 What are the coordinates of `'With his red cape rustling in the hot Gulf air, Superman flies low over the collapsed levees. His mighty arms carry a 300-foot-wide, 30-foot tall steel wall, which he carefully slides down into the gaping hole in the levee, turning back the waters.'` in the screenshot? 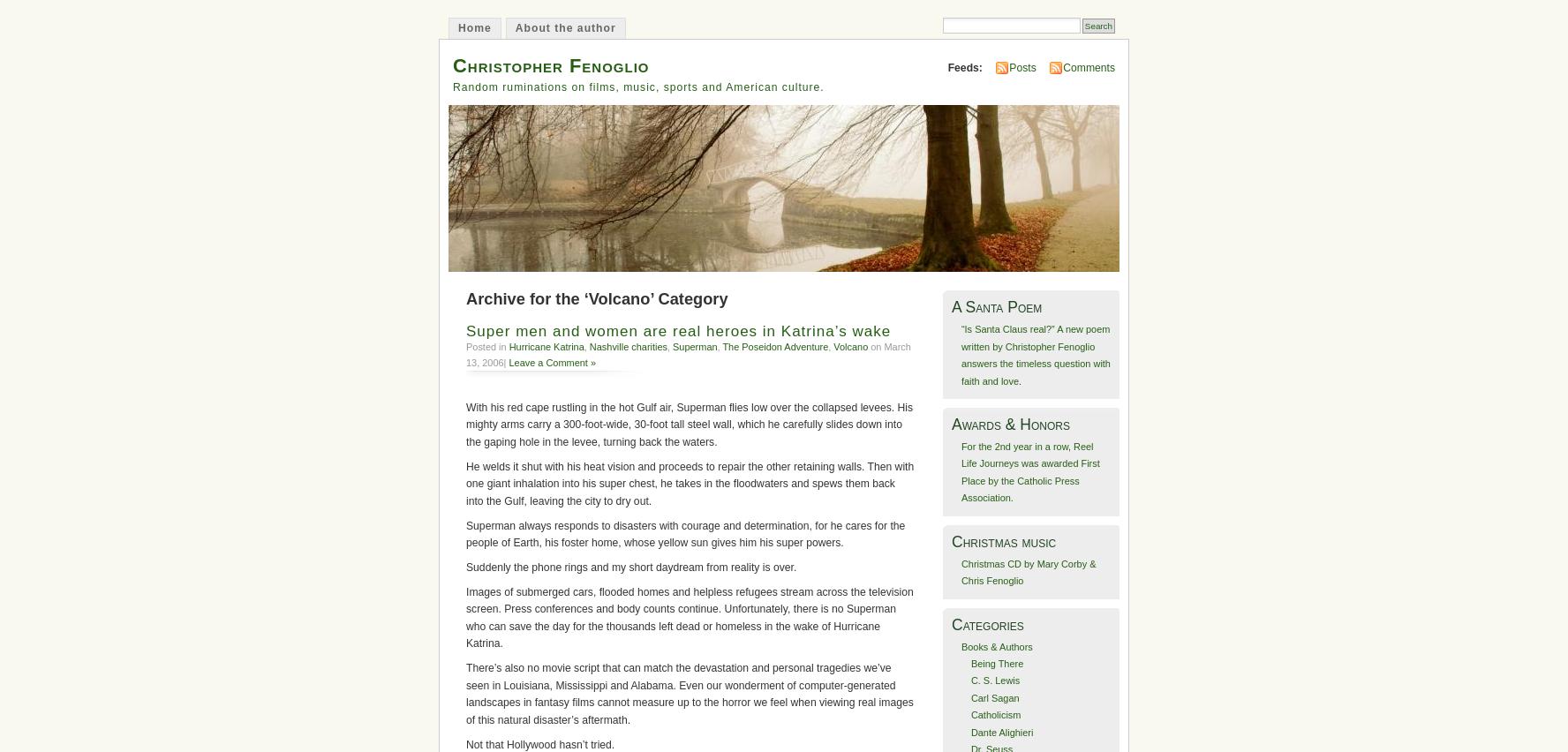 It's located at (466, 424).